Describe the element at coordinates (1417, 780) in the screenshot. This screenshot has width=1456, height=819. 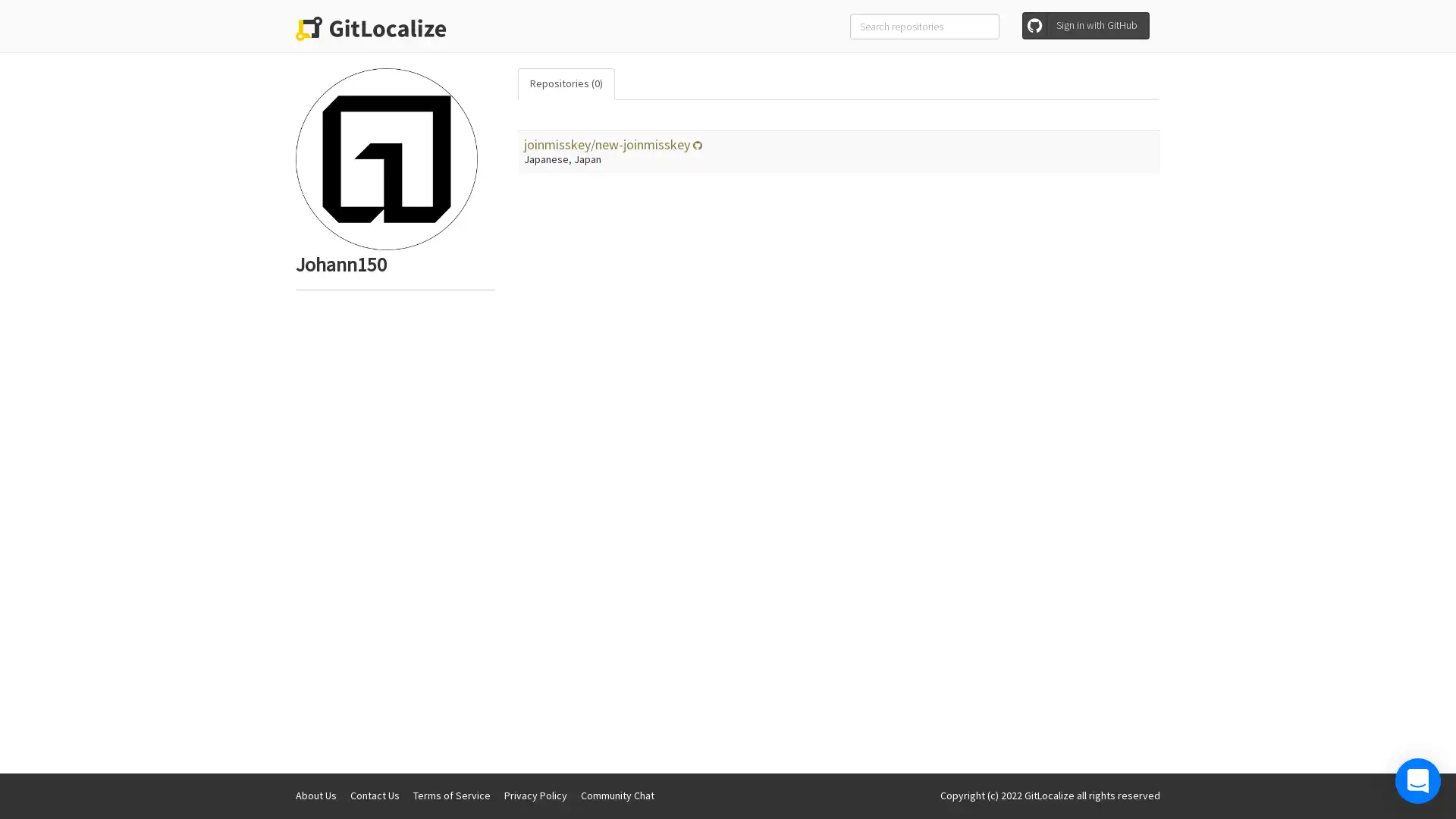
I see `Open Intercom Messenger` at that location.